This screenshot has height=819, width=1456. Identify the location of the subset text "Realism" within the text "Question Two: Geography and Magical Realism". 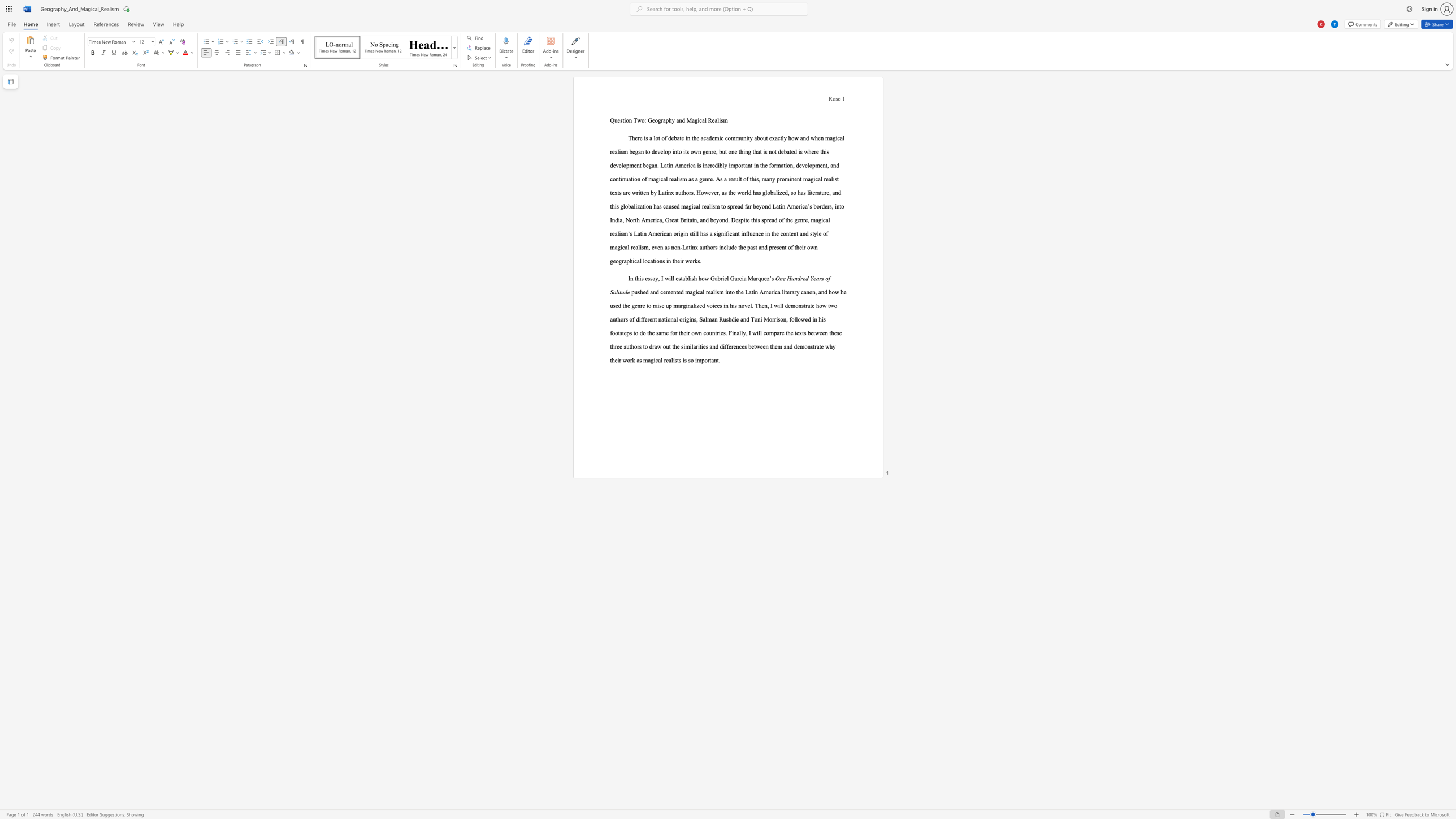
(708, 120).